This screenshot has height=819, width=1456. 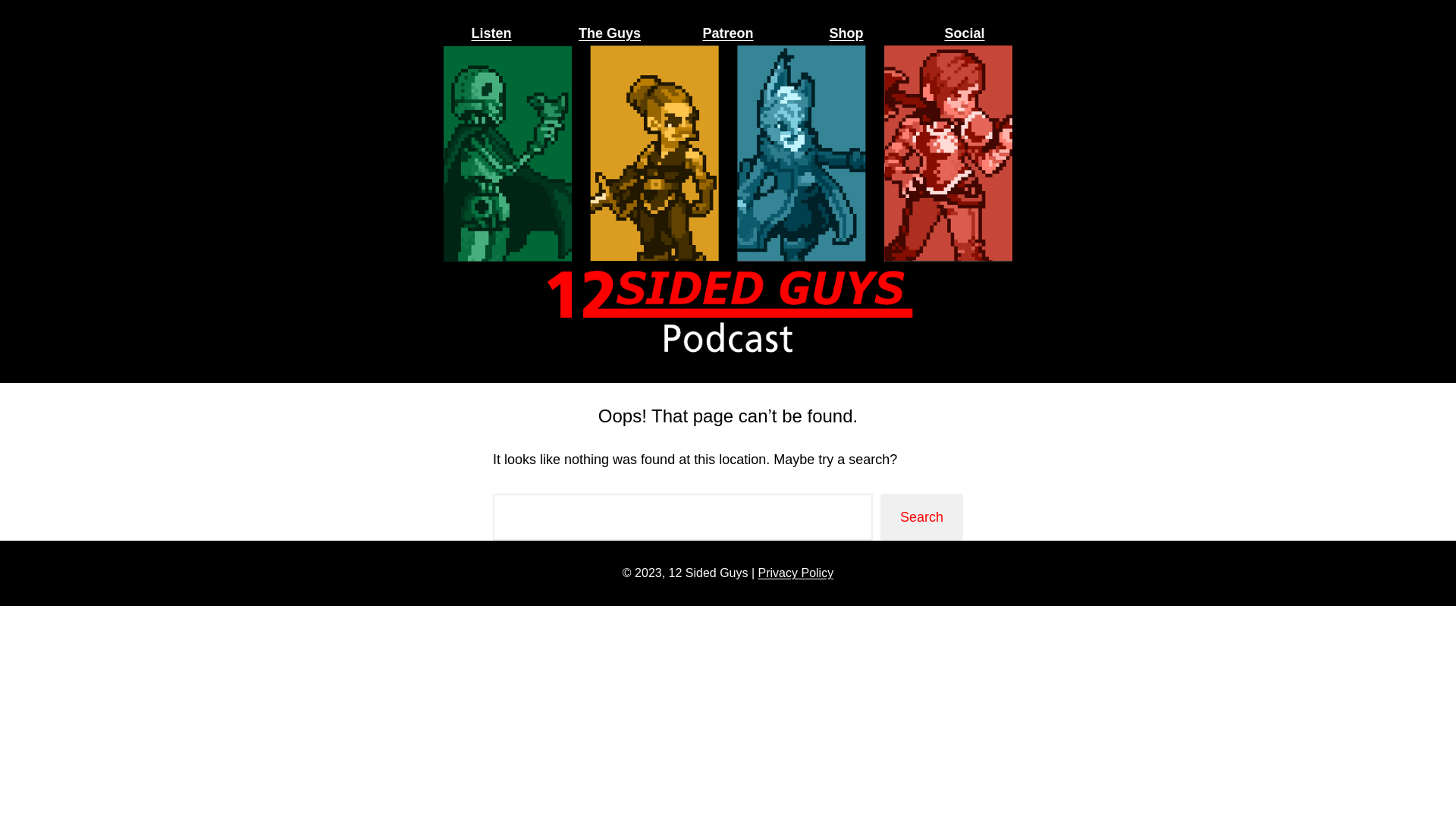 I want to click on 'Shop', so click(x=829, y=33).